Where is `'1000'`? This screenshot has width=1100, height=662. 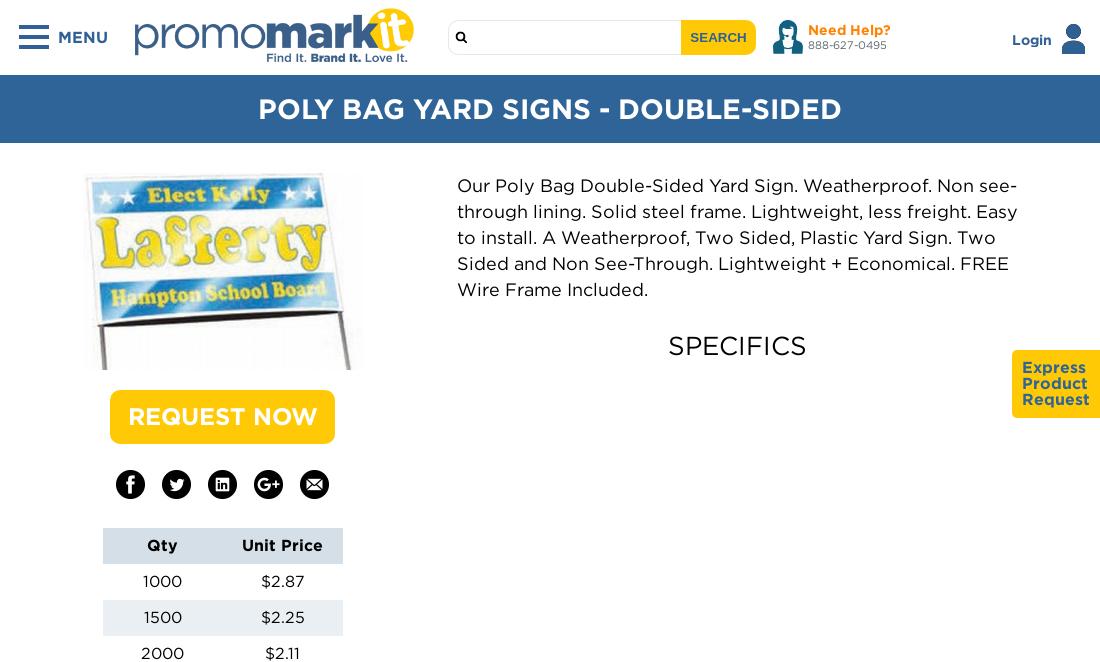
'1000' is located at coordinates (161, 579).